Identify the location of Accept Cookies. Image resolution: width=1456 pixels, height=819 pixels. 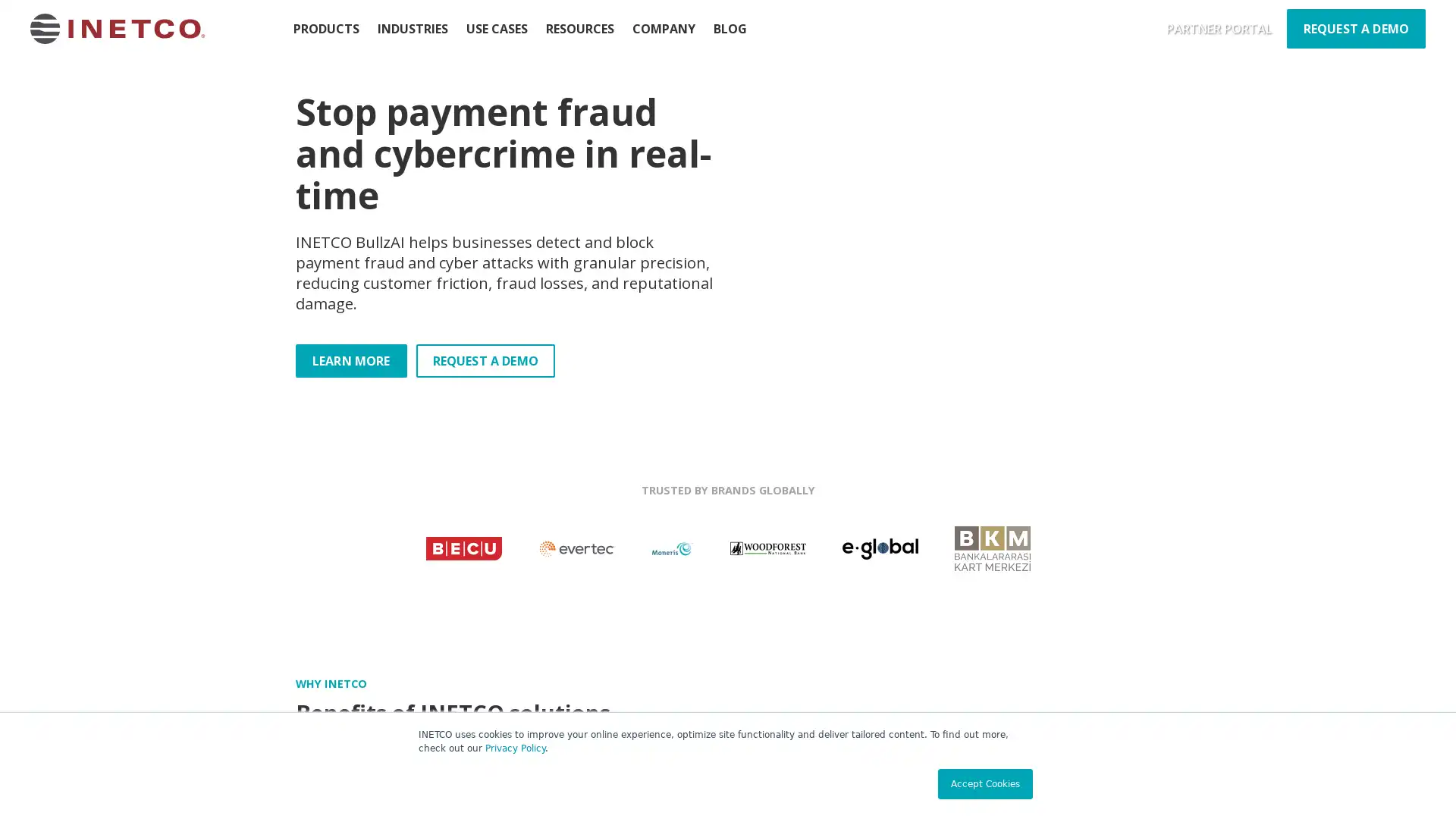
(985, 783).